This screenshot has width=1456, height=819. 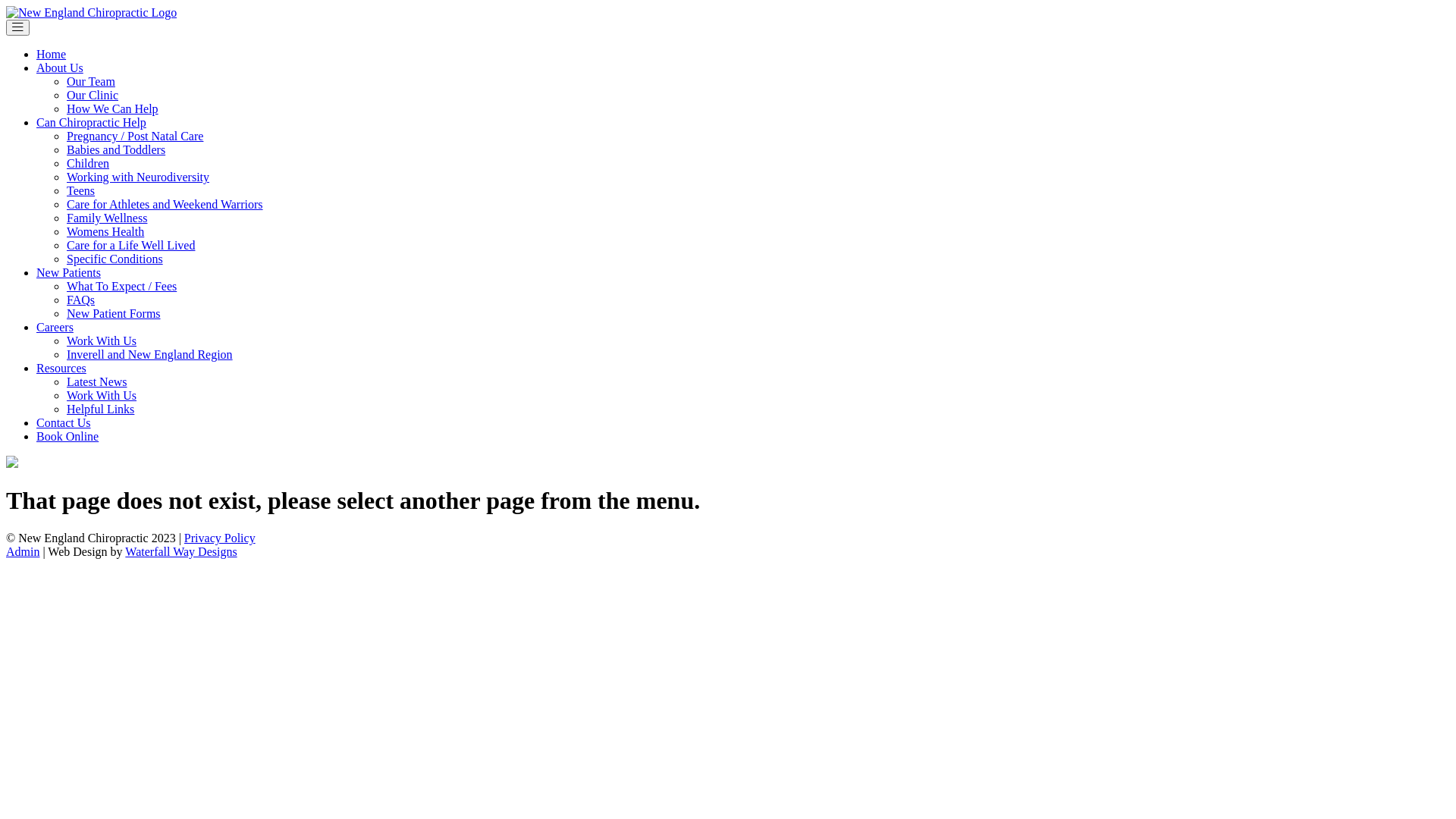 What do you see at coordinates (115, 149) in the screenshot?
I see `'Babies and Toddlers'` at bounding box center [115, 149].